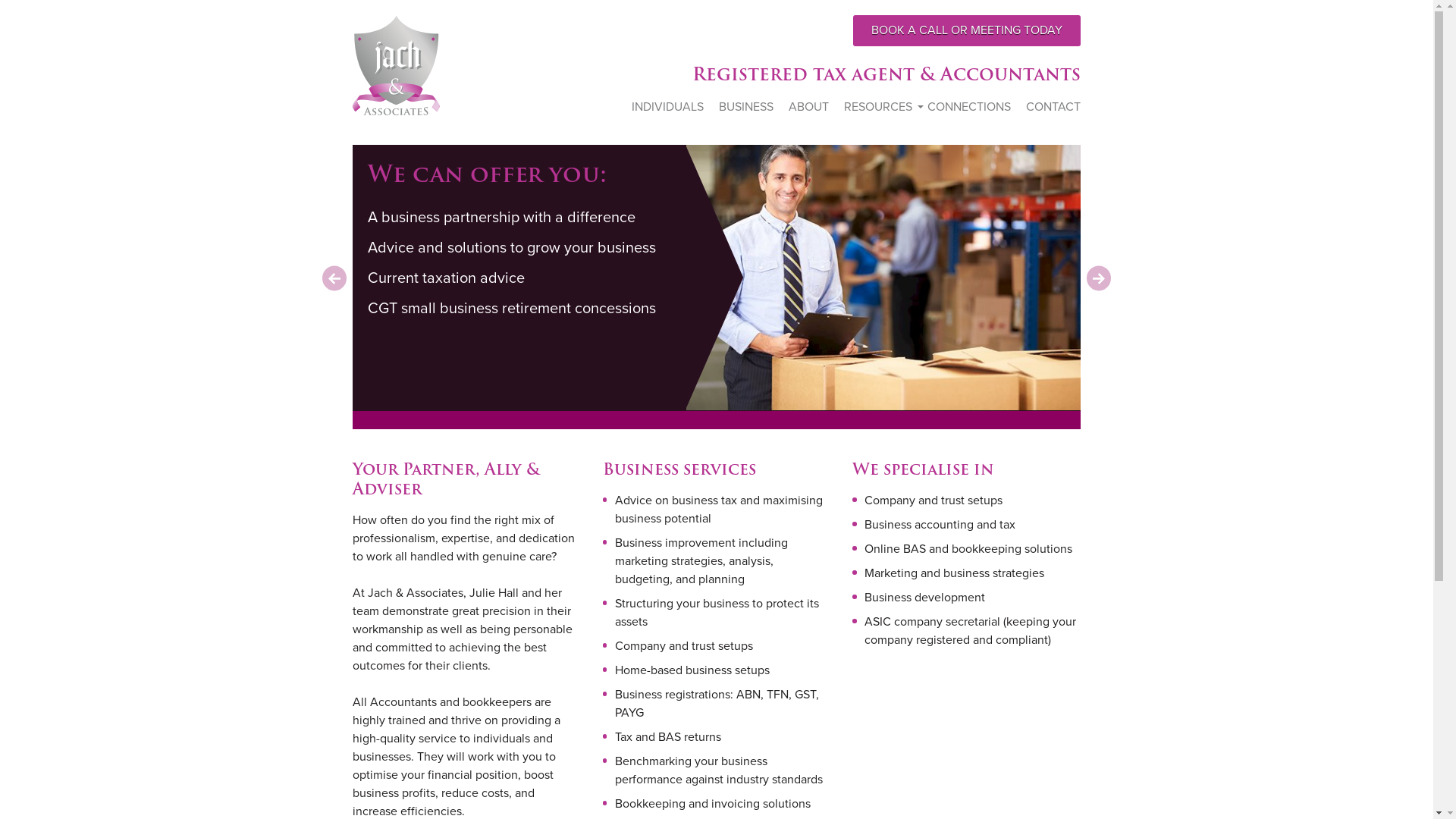  What do you see at coordinates (966, 30) in the screenshot?
I see `'BOOK A CALL OR MEETING TODAY'` at bounding box center [966, 30].